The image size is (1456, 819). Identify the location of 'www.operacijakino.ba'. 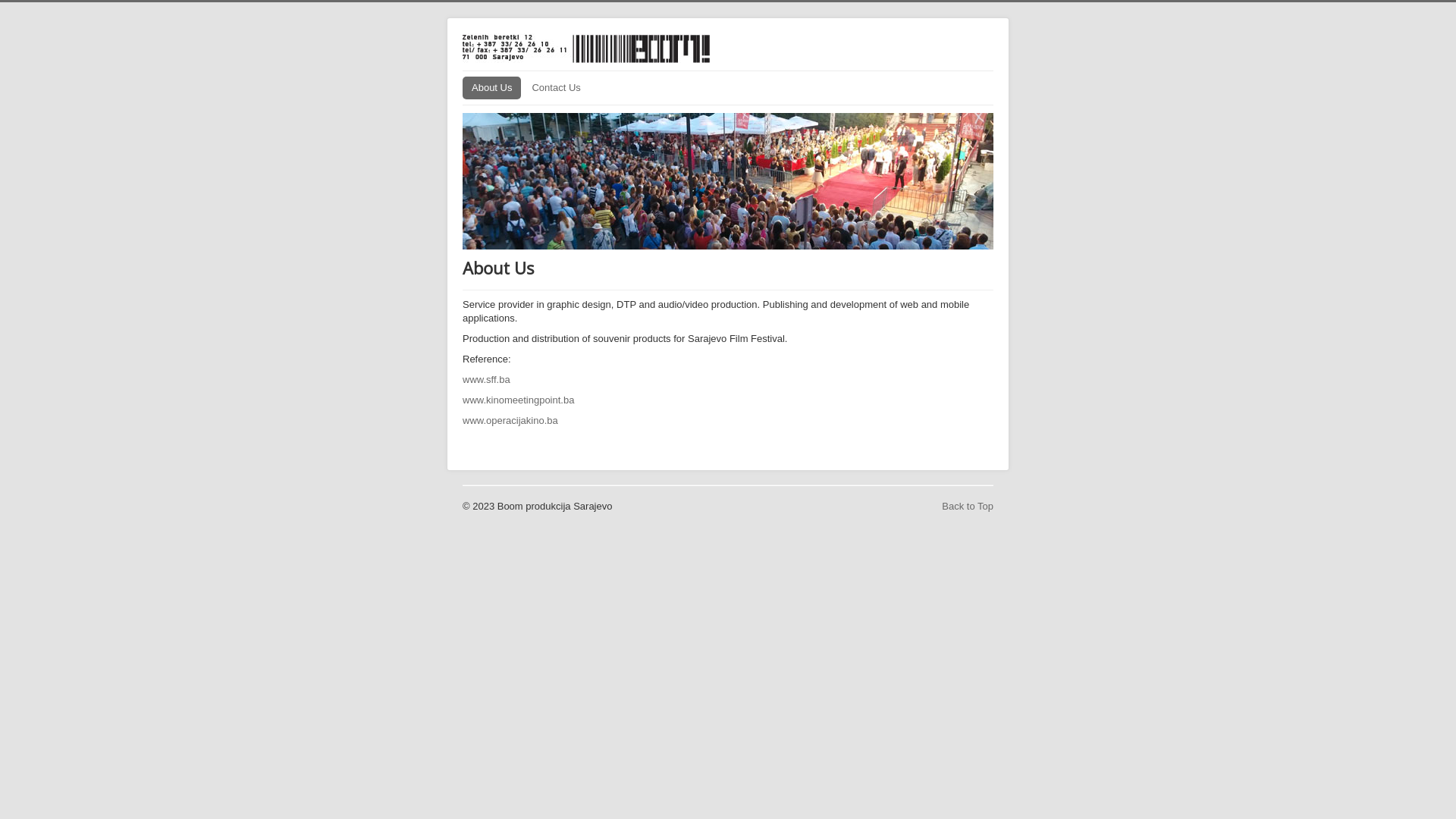
(510, 420).